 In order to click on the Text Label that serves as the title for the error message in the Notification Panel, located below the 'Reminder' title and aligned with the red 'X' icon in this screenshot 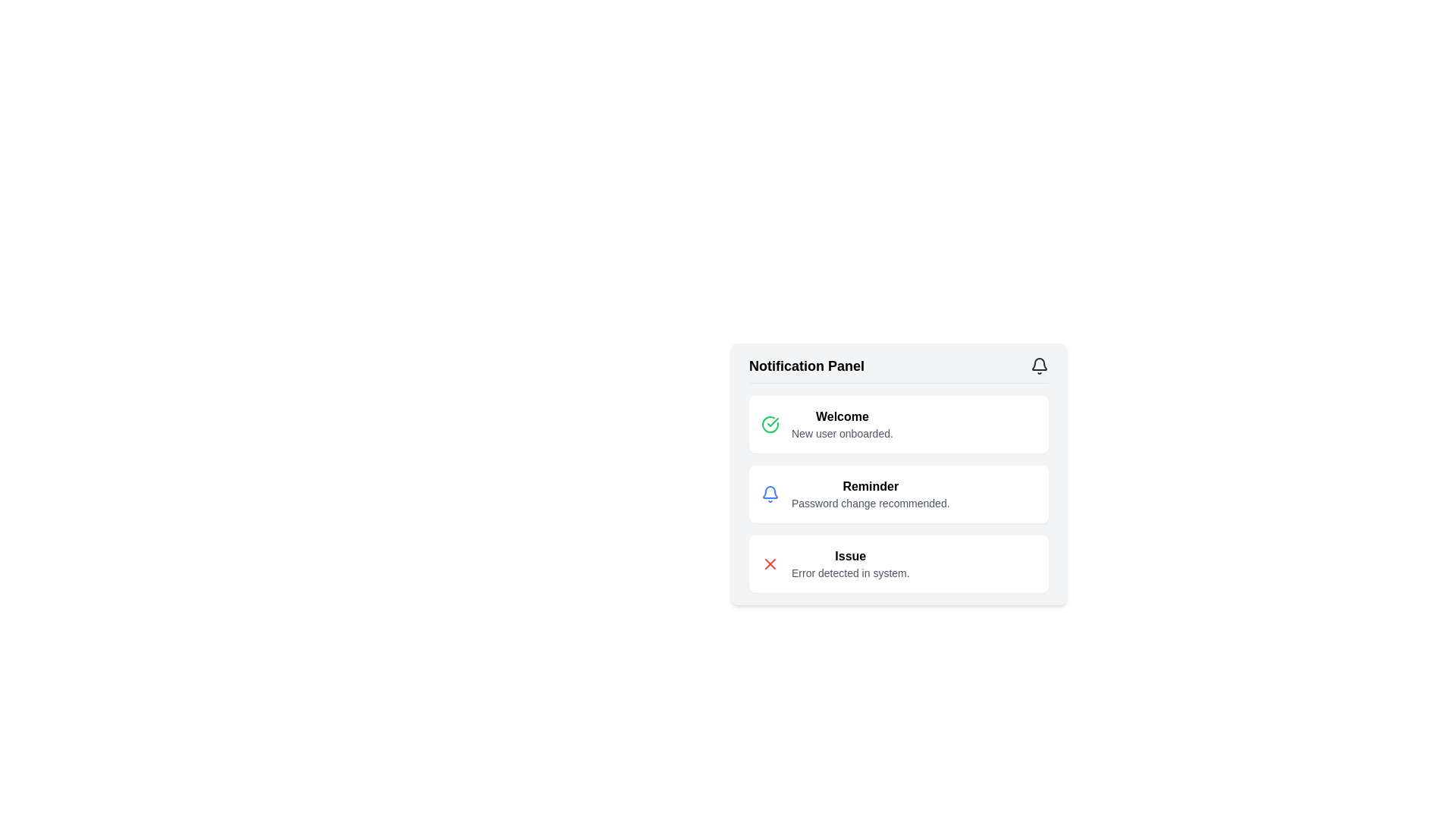, I will do `click(850, 556)`.